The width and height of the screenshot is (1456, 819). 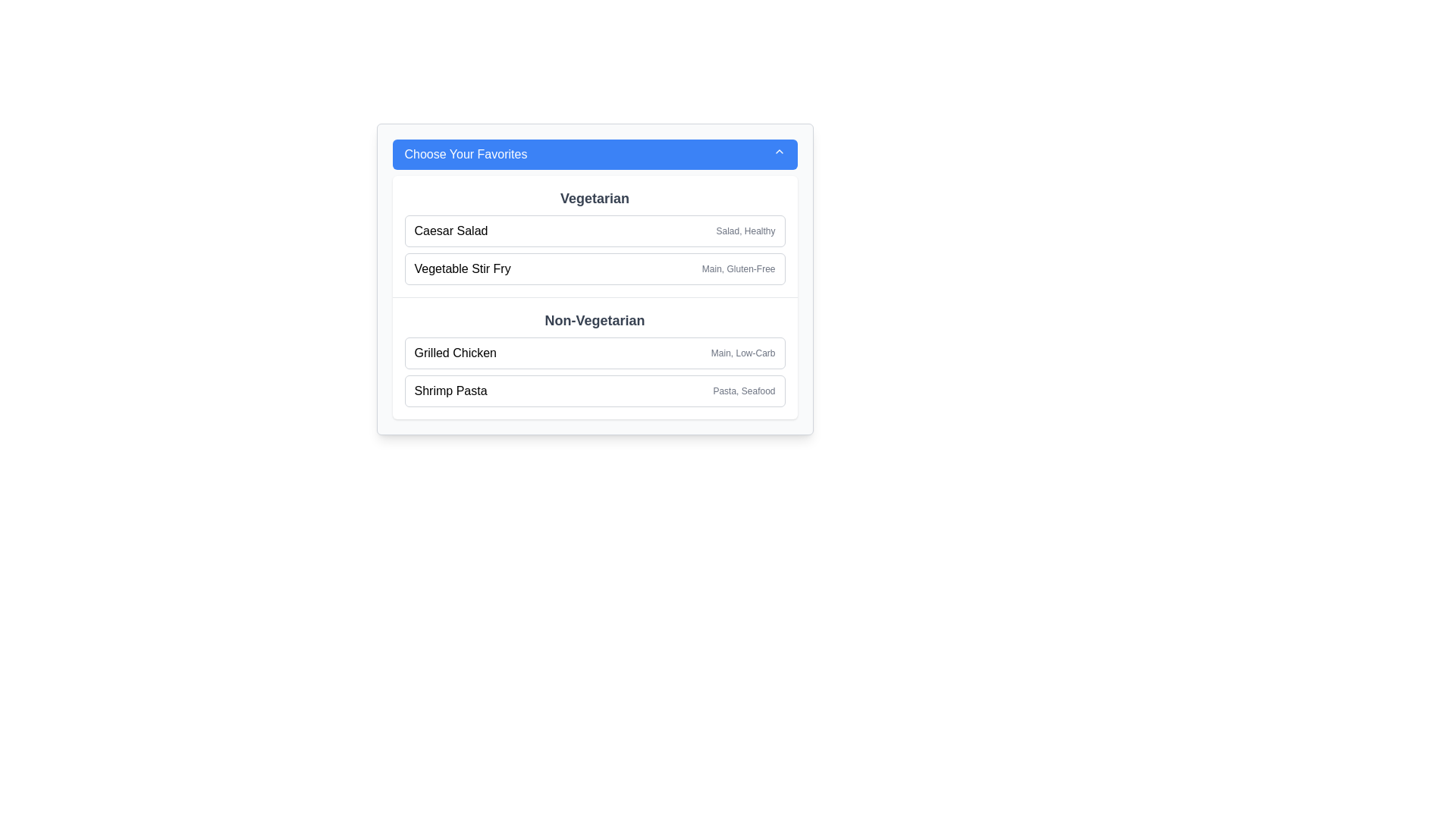 I want to click on the text label that reads 'Main, Low-Carb', which is styled in light gray and positioned to the right of the 'Grilled Chicken' title in the Non-Vegetarian section, so click(x=743, y=353).